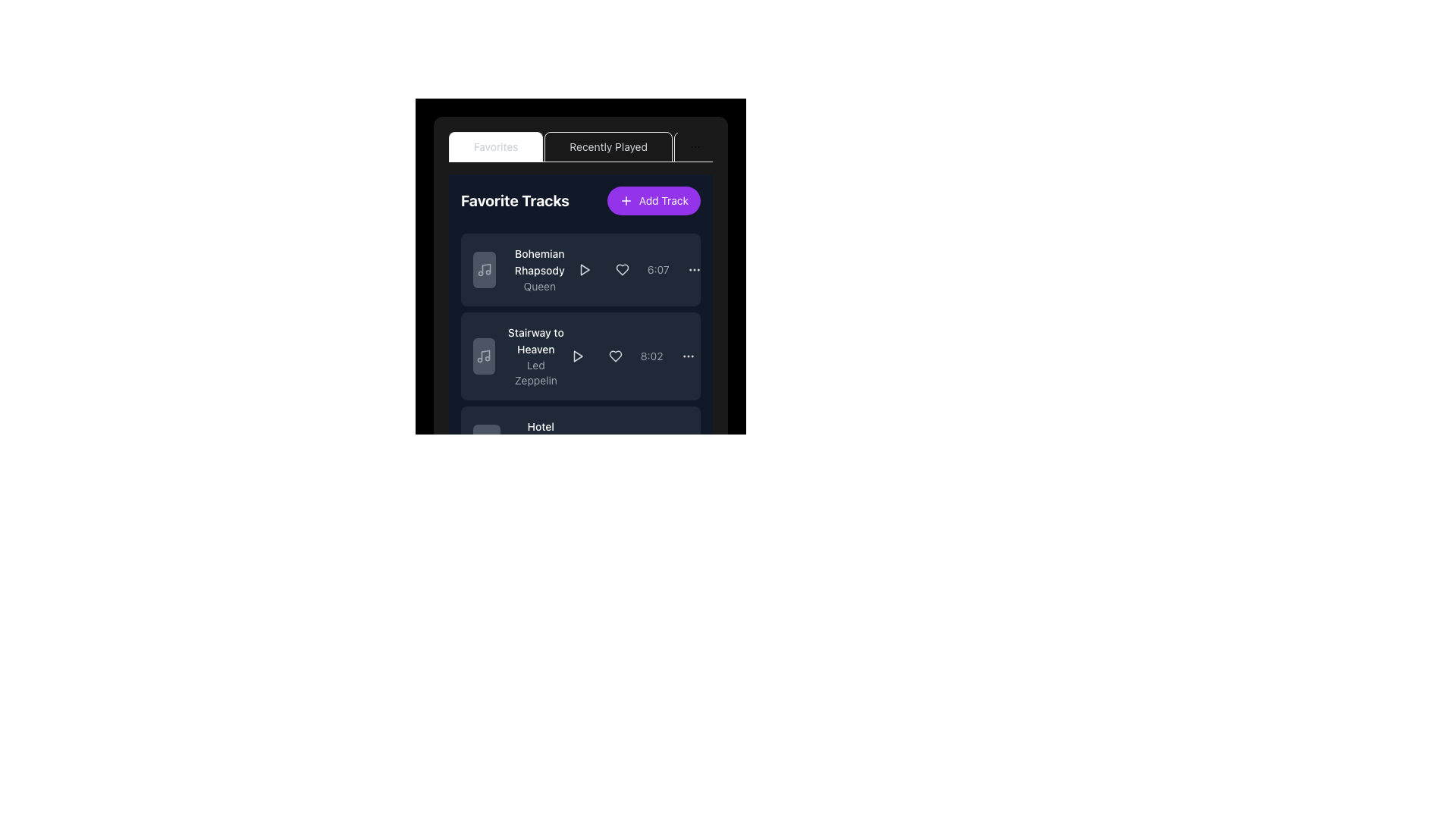 The height and width of the screenshot is (819, 1456). What do you see at coordinates (486, 268) in the screenshot?
I see `the vertical line portion of the music note icon, which is outlined in light gray and positioned centrally within the card layout near the top left corner of the interface` at bounding box center [486, 268].